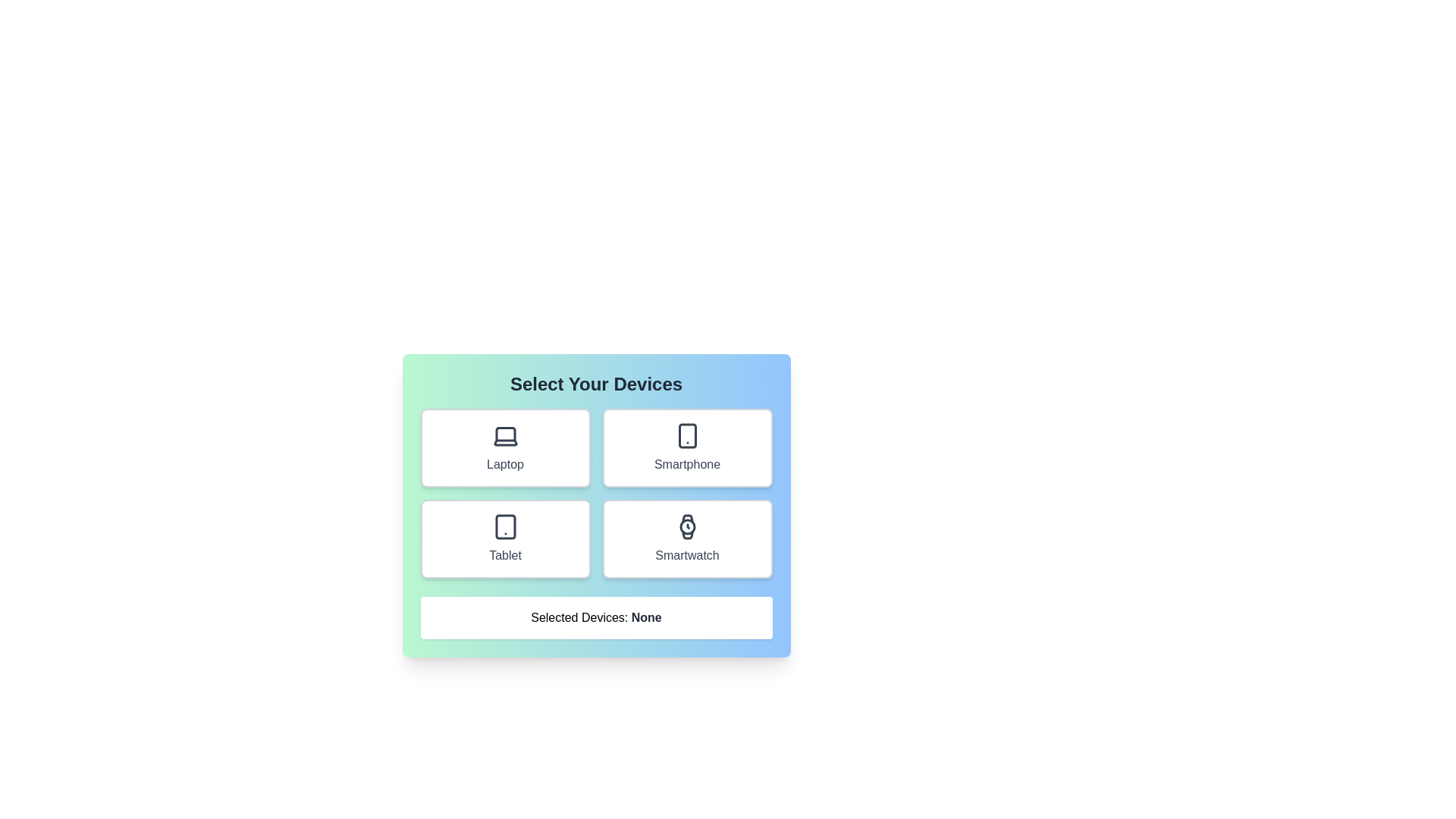  I want to click on the Smartphone button to observe its hover effect, so click(686, 447).